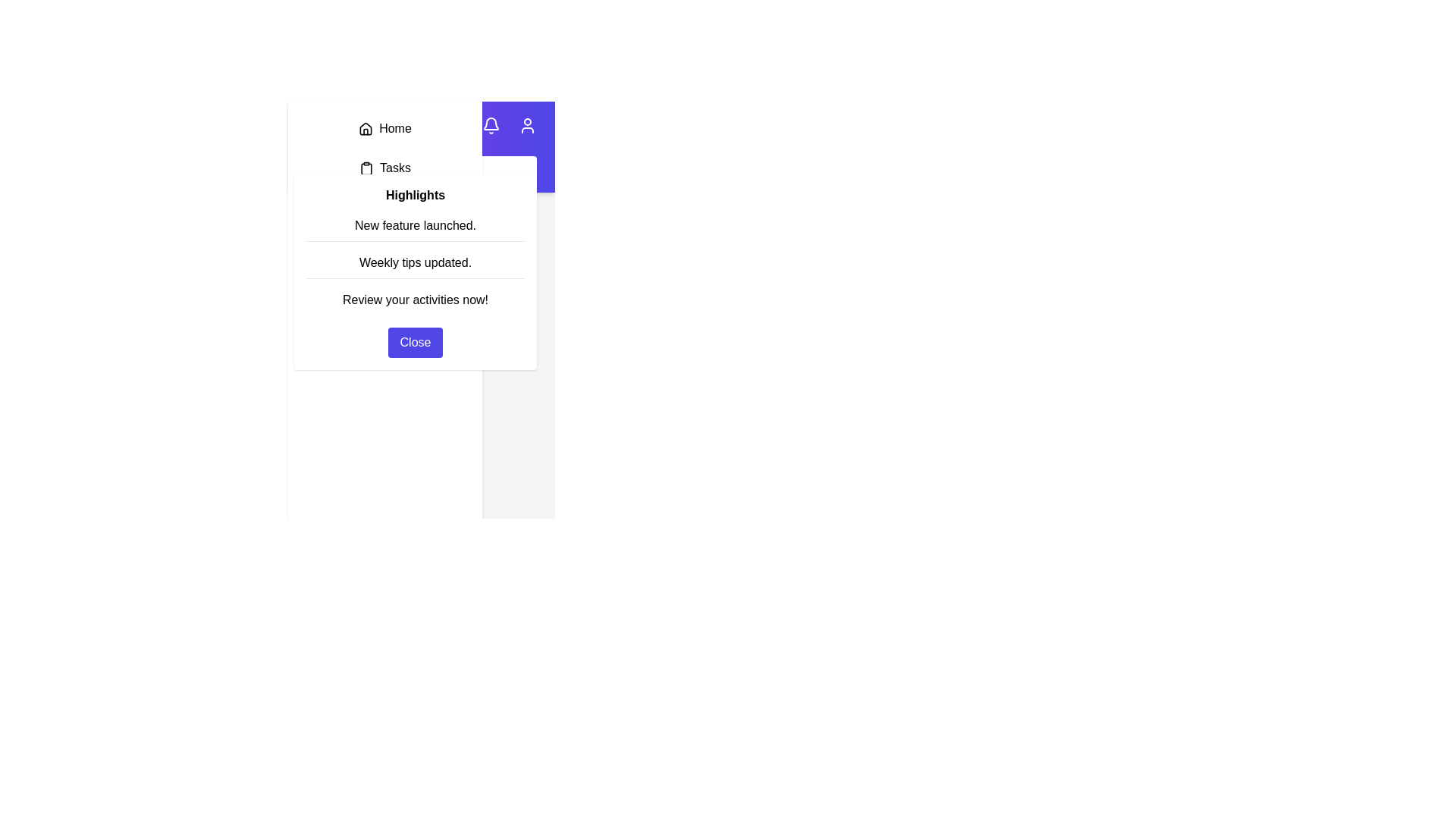  Describe the element at coordinates (415, 300) in the screenshot. I see `the informational static text encouraging the user to review their activities, which is the third item in the list beneath the 'Highlights' header` at that location.